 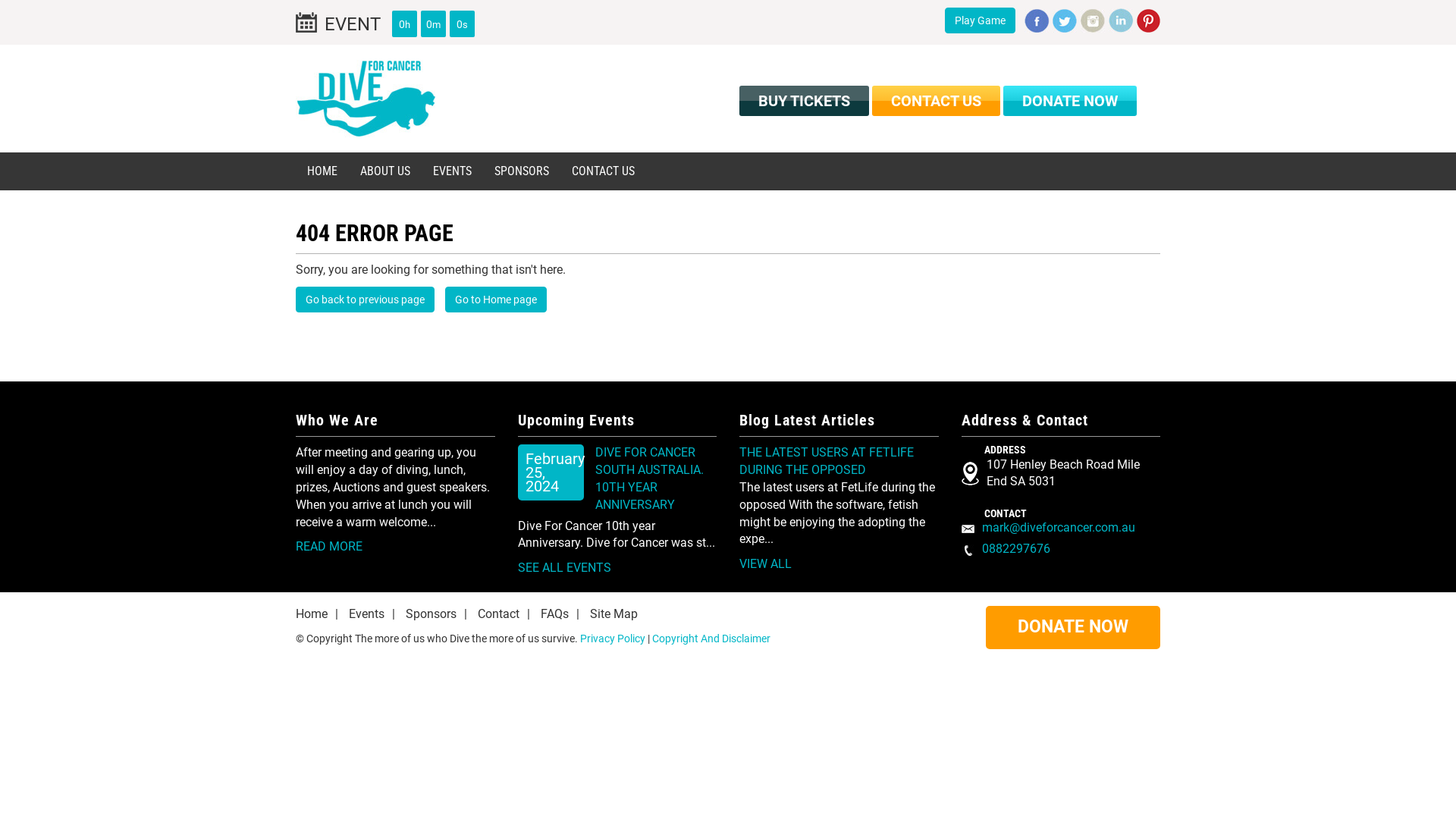 I want to click on '0882297676', so click(x=981, y=548).